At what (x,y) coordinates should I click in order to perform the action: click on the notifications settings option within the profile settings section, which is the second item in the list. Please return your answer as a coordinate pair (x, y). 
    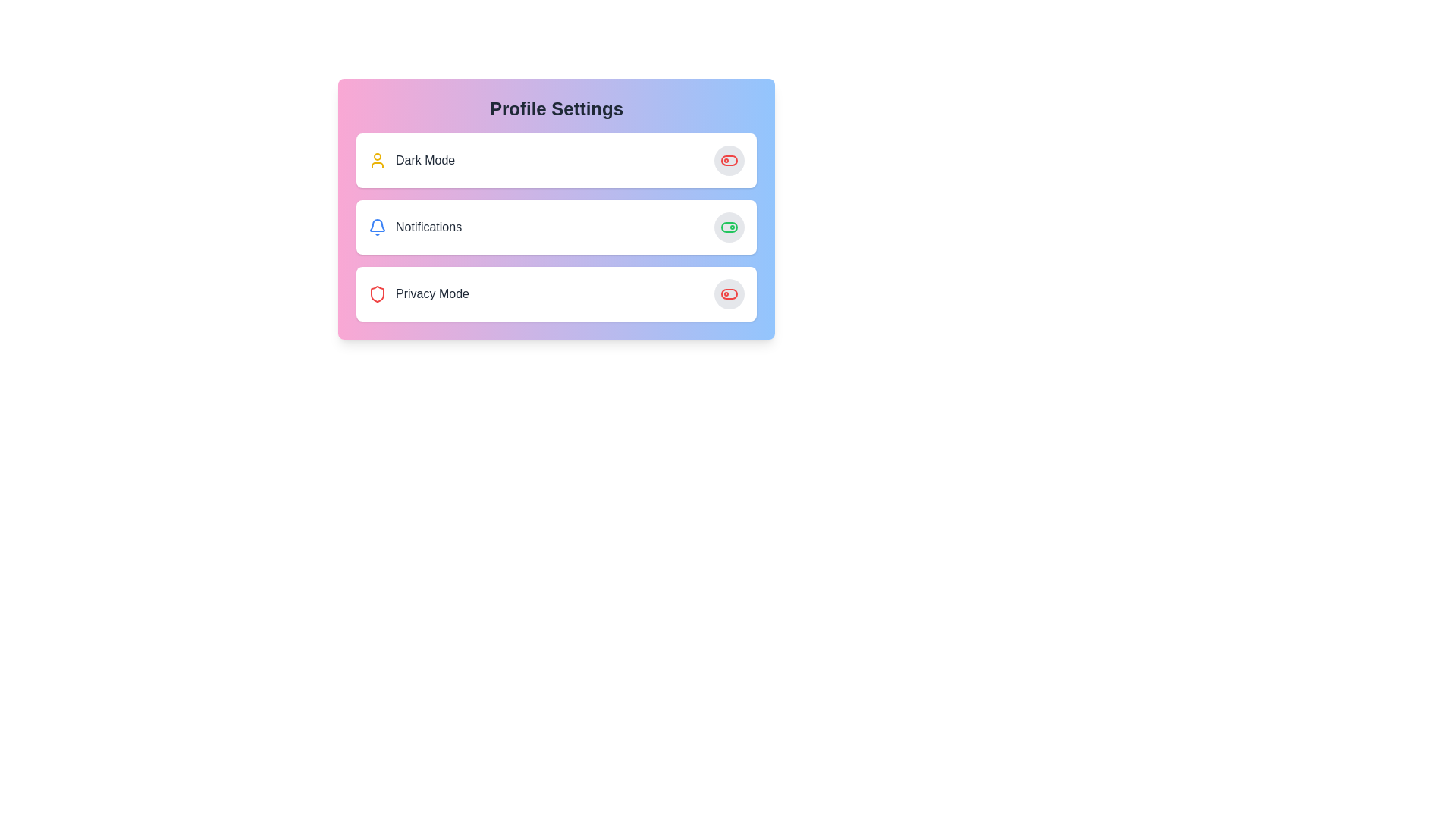
    Looking at the image, I should click on (415, 227).